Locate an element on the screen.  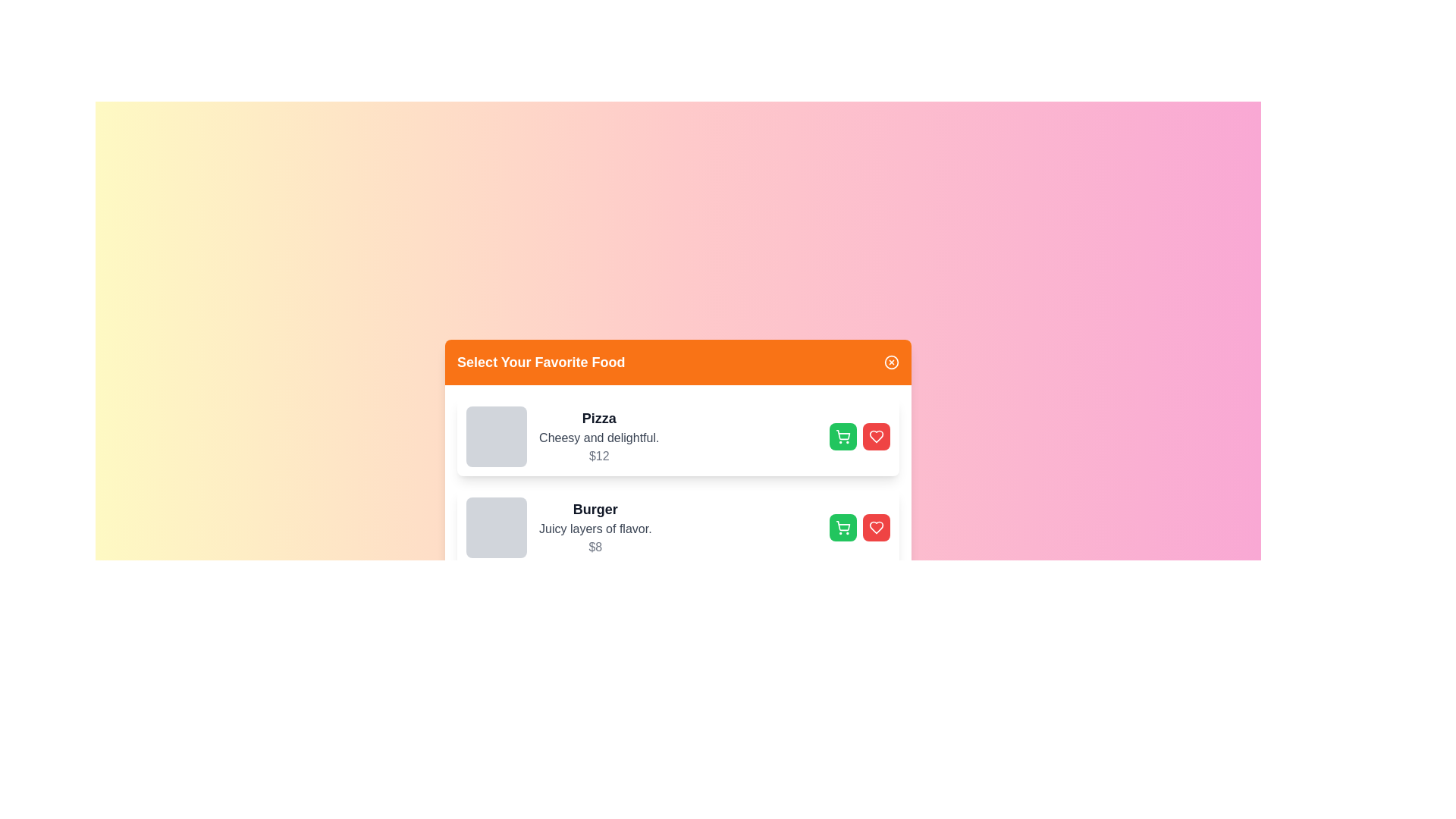
favorite button for the food item identified by its name Burger is located at coordinates (876, 526).